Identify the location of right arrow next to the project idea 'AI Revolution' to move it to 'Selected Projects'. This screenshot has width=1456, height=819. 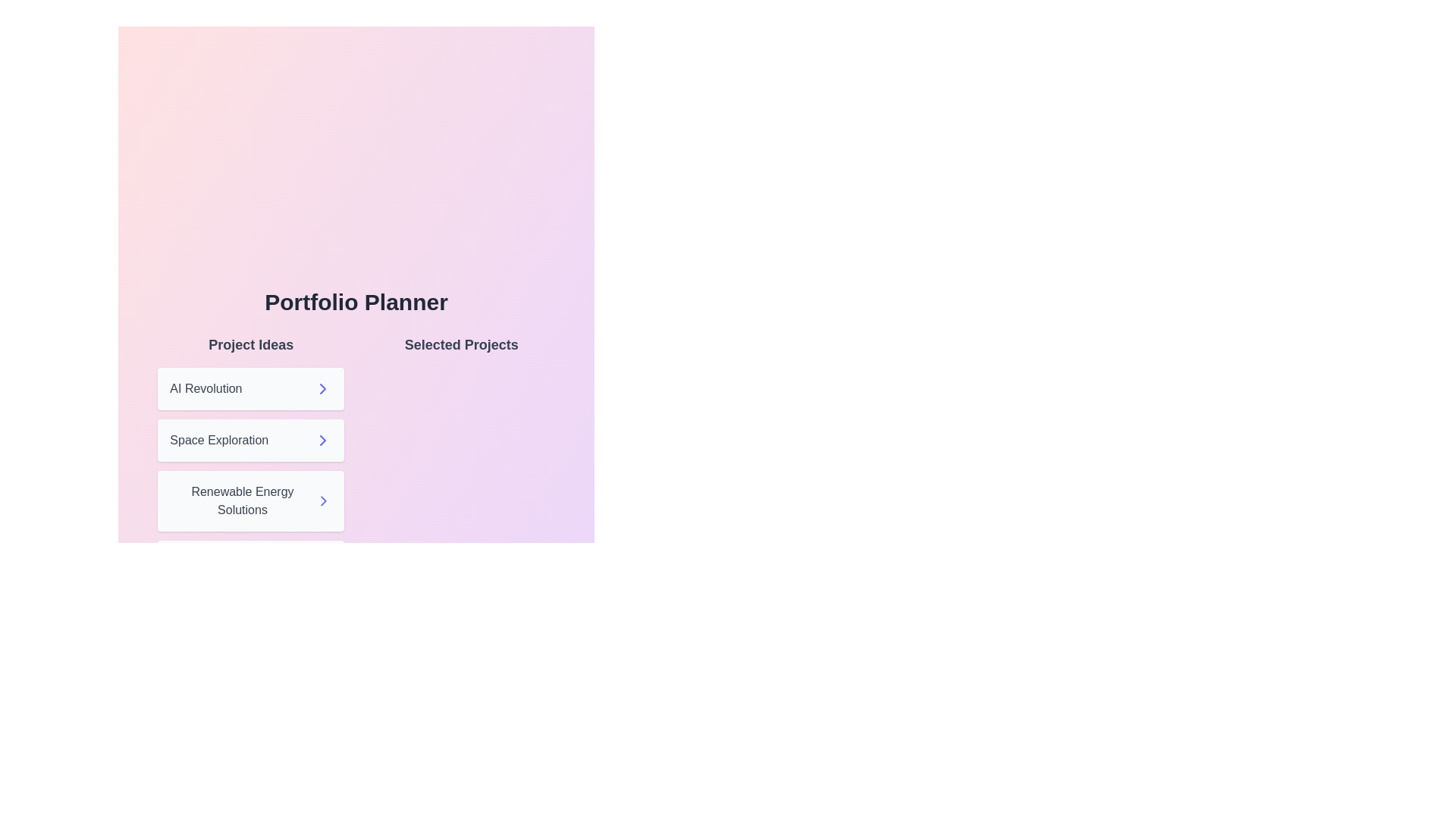
(322, 388).